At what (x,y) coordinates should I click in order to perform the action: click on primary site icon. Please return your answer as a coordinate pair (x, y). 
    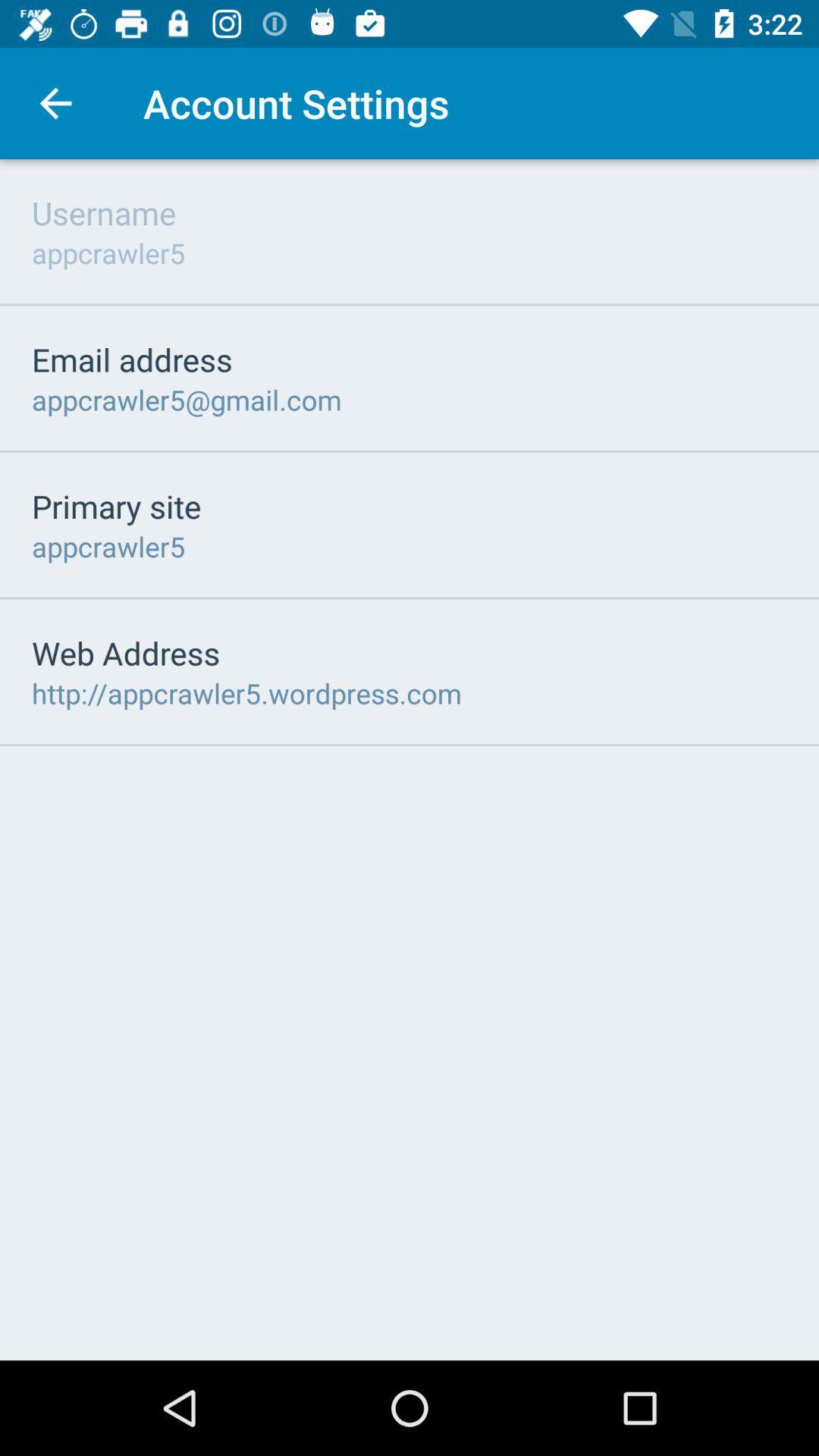
    Looking at the image, I should click on (115, 506).